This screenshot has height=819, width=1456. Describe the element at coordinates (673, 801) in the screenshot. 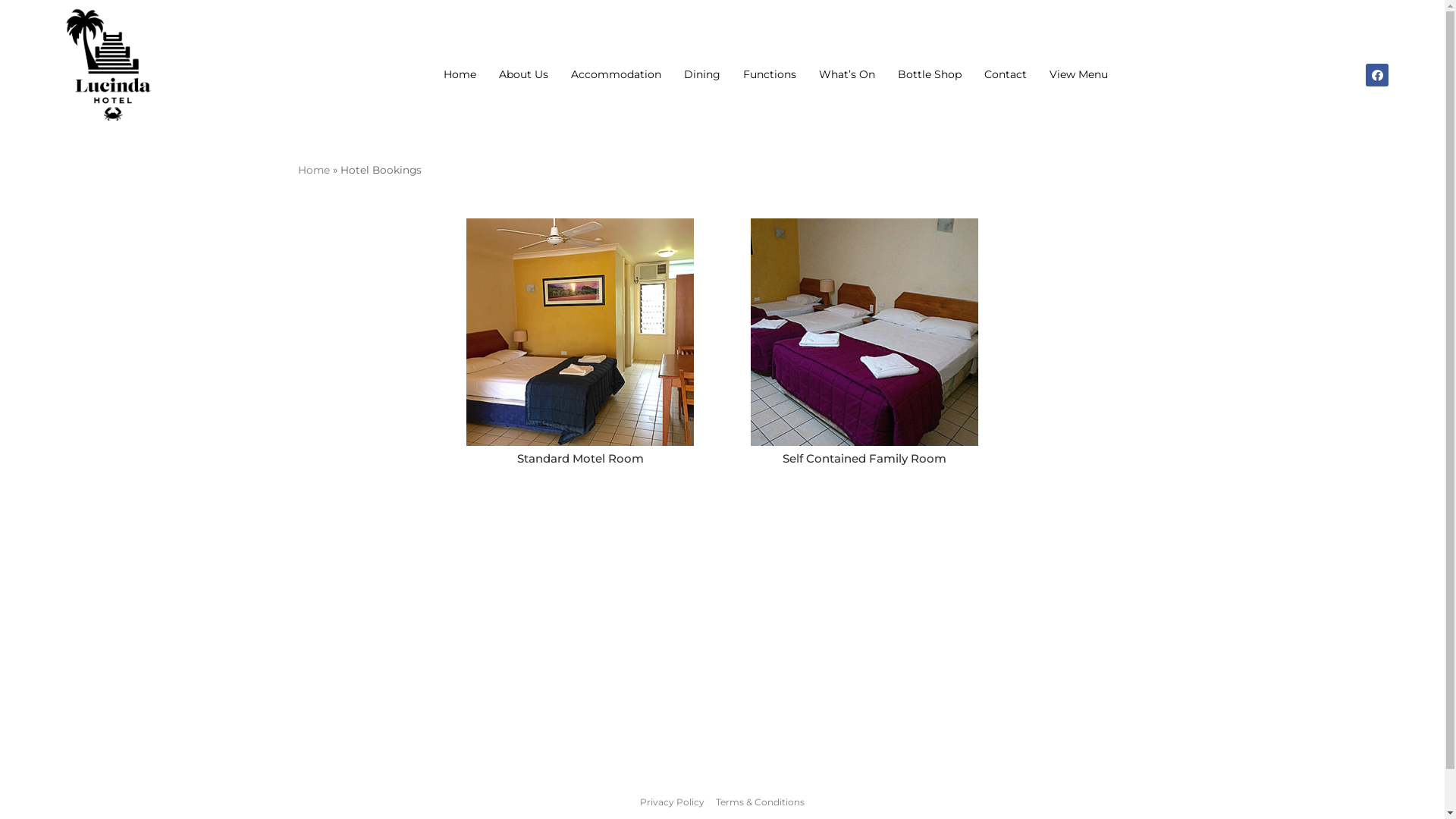

I see `'Privacy Policy'` at that location.